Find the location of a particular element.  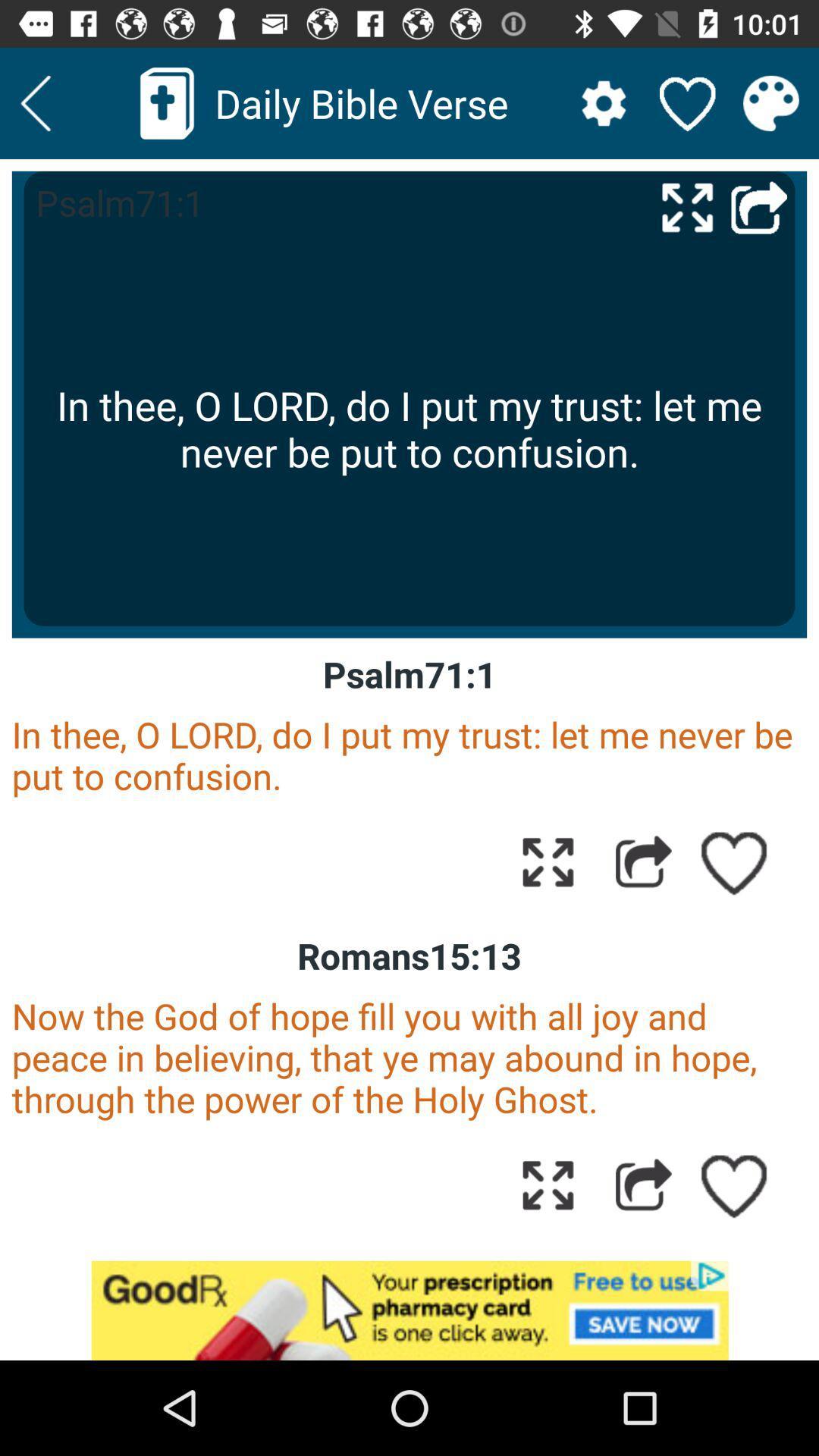

share button is located at coordinates (643, 861).